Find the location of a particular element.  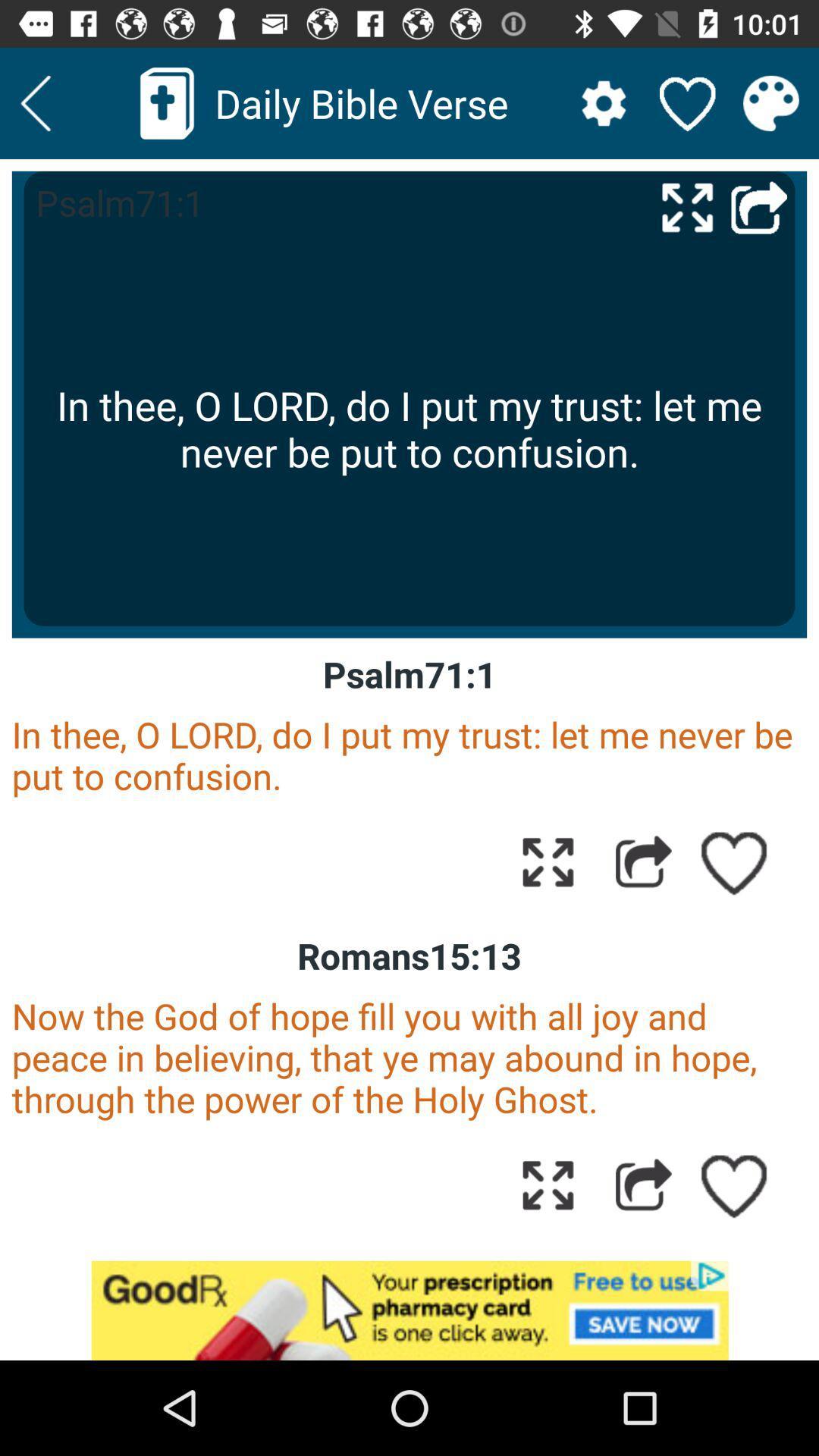

share button is located at coordinates (643, 861).